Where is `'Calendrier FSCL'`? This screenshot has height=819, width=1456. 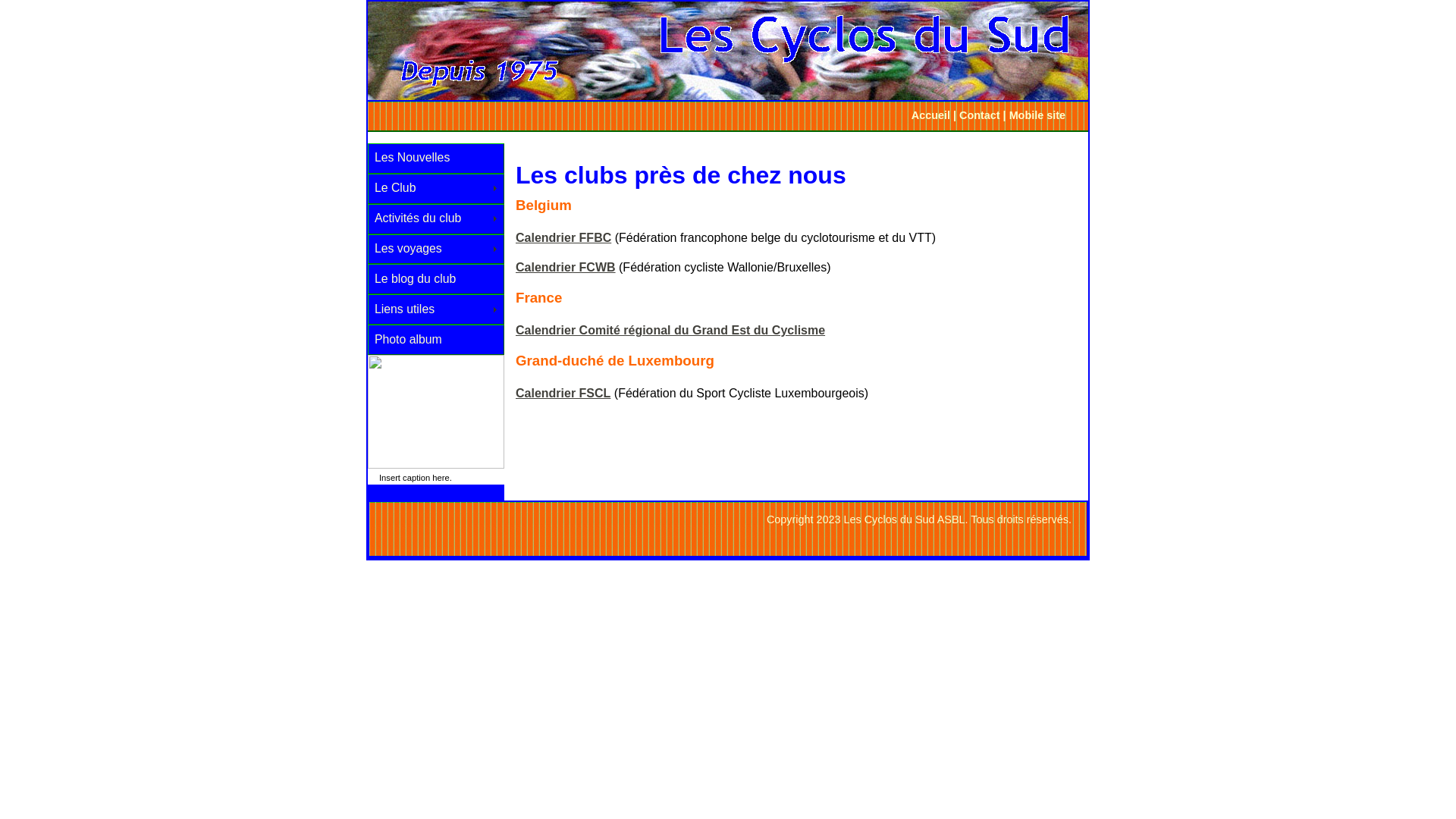
'Calendrier FSCL' is located at coordinates (562, 392).